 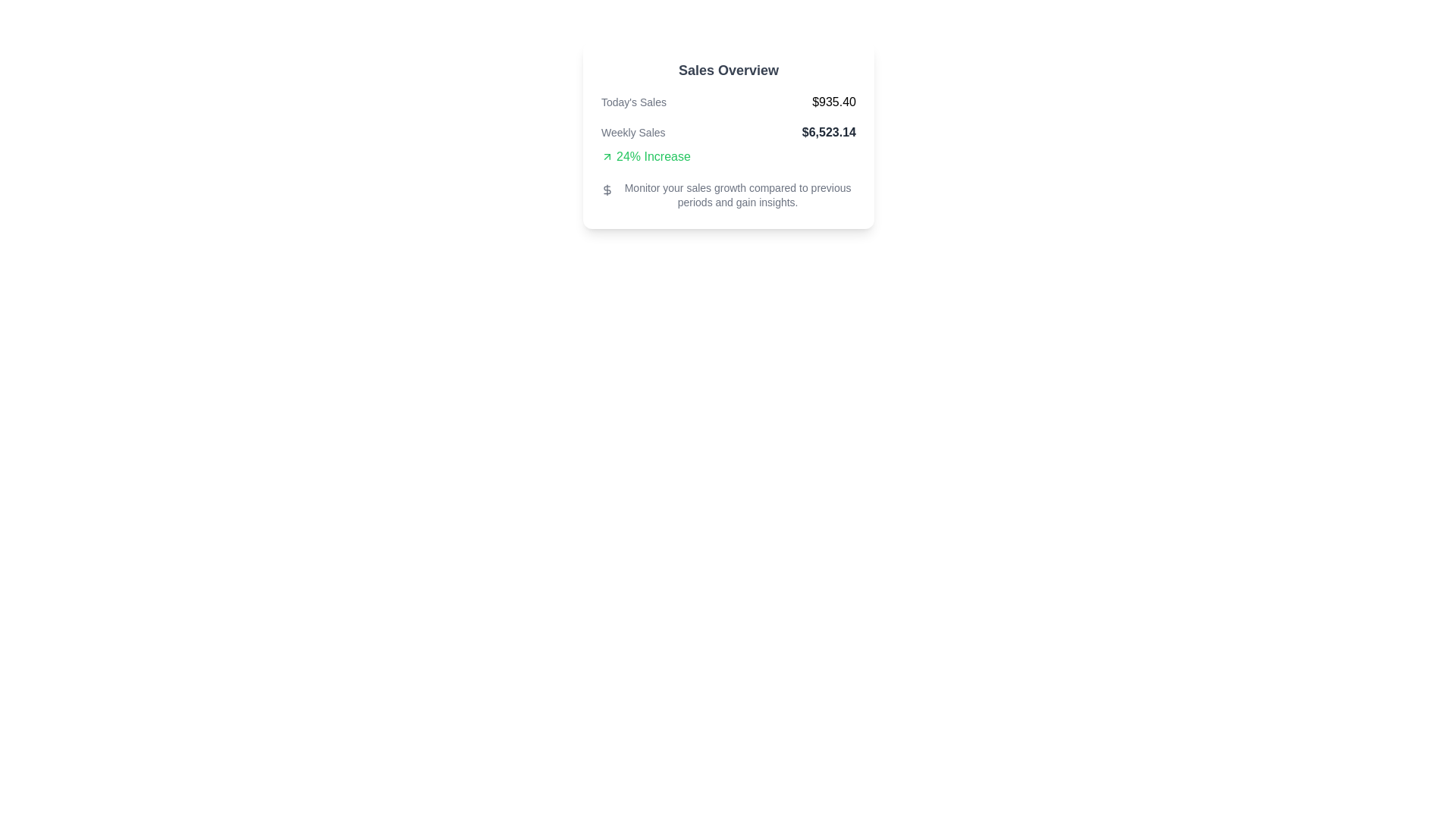 What do you see at coordinates (633, 131) in the screenshot?
I see `the 'Weekly Sales' text label, which is styled in a small gray font and positioned to the left of the value '$6,523.14' within the 'Sales Overview' card interface` at bounding box center [633, 131].